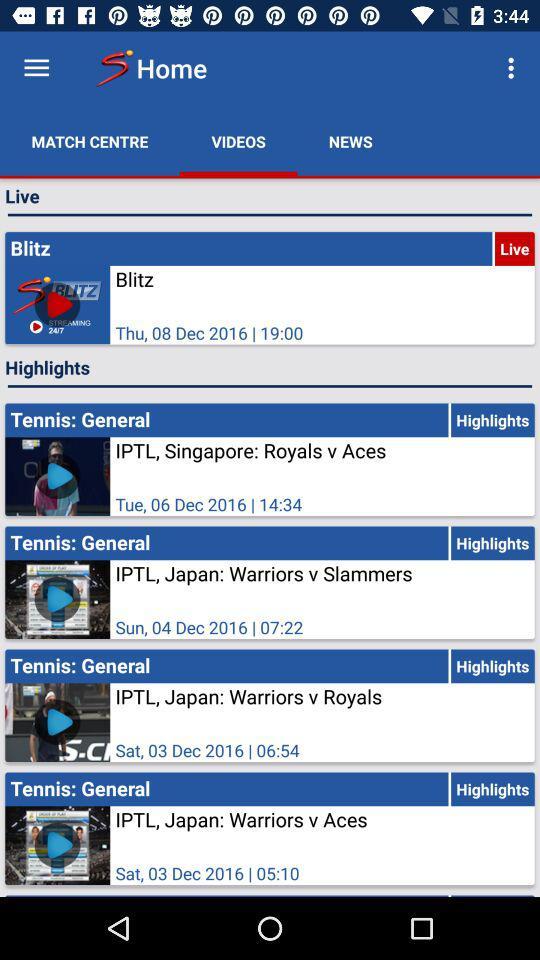  Describe the element at coordinates (238, 140) in the screenshot. I see `app to the left of news` at that location.